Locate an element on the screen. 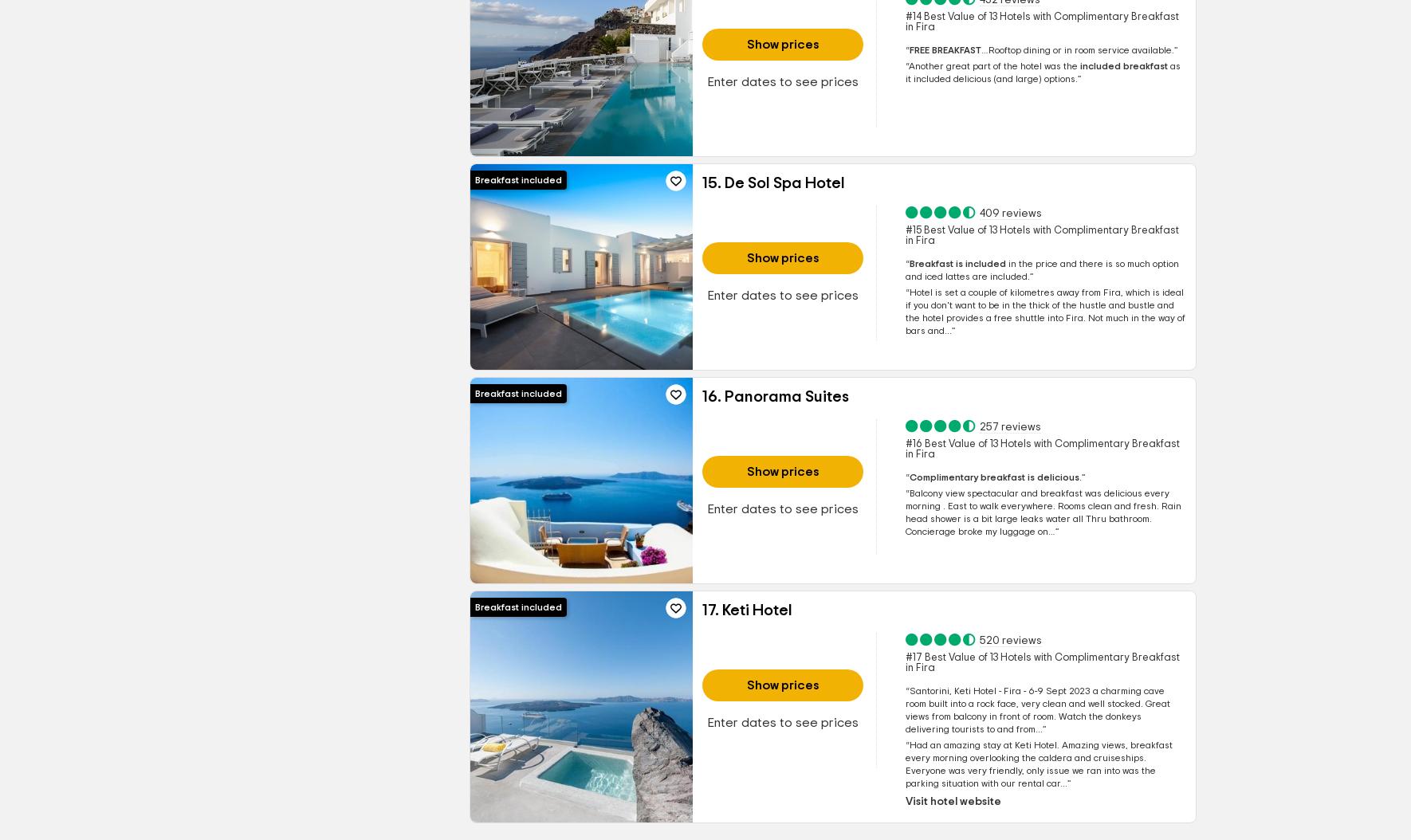 This screenshot has width=1411, height=840. 'Fira, which is ideal if you don't want to be in the thick of the hustle and bustle and the hotel provides a free shuttle into Fira. 
Not much in the way of bars and...' is located at coordinates (1044, 311).